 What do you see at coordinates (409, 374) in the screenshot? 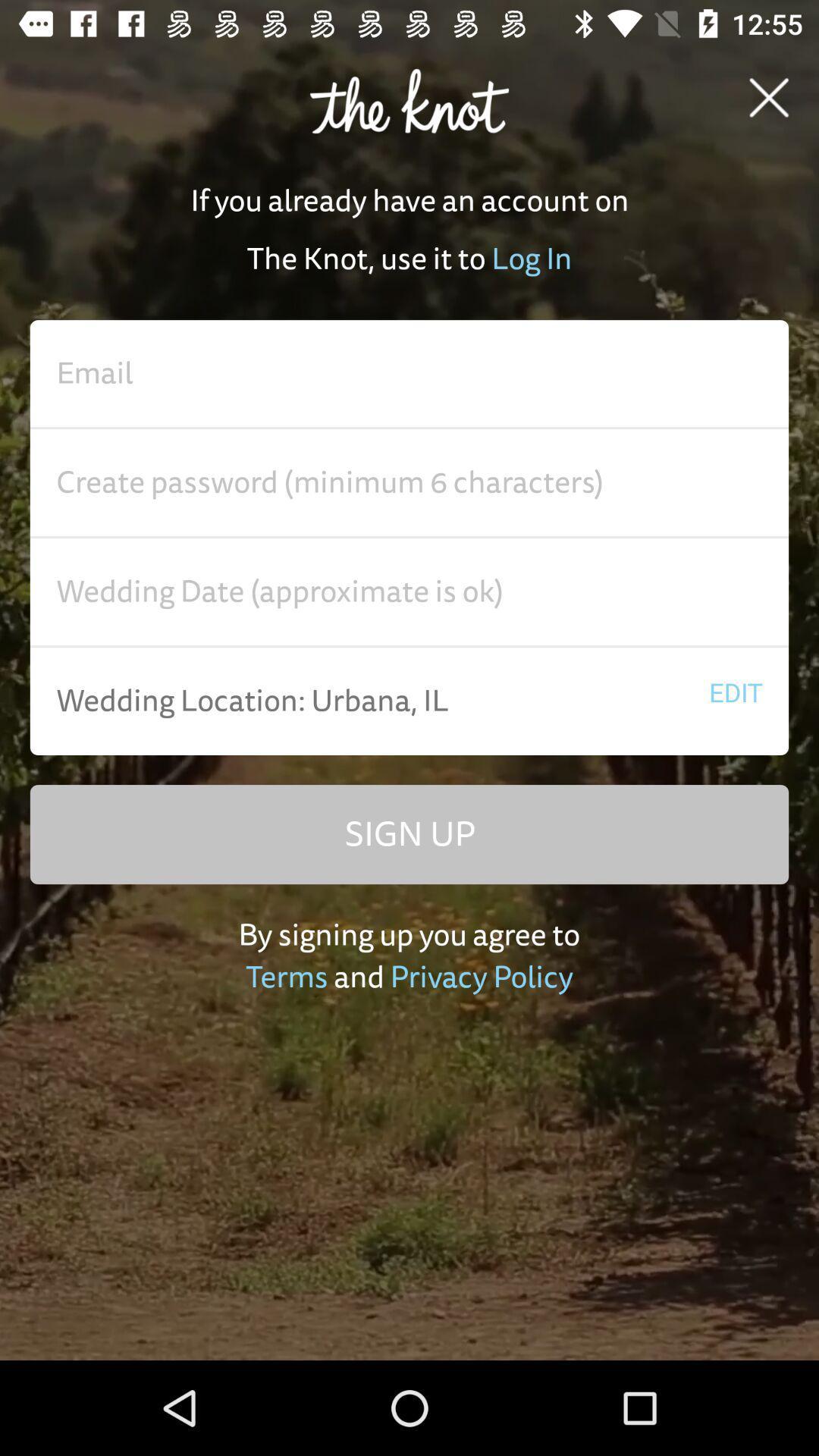
I see `enter email` at bounding box center [409, 374].